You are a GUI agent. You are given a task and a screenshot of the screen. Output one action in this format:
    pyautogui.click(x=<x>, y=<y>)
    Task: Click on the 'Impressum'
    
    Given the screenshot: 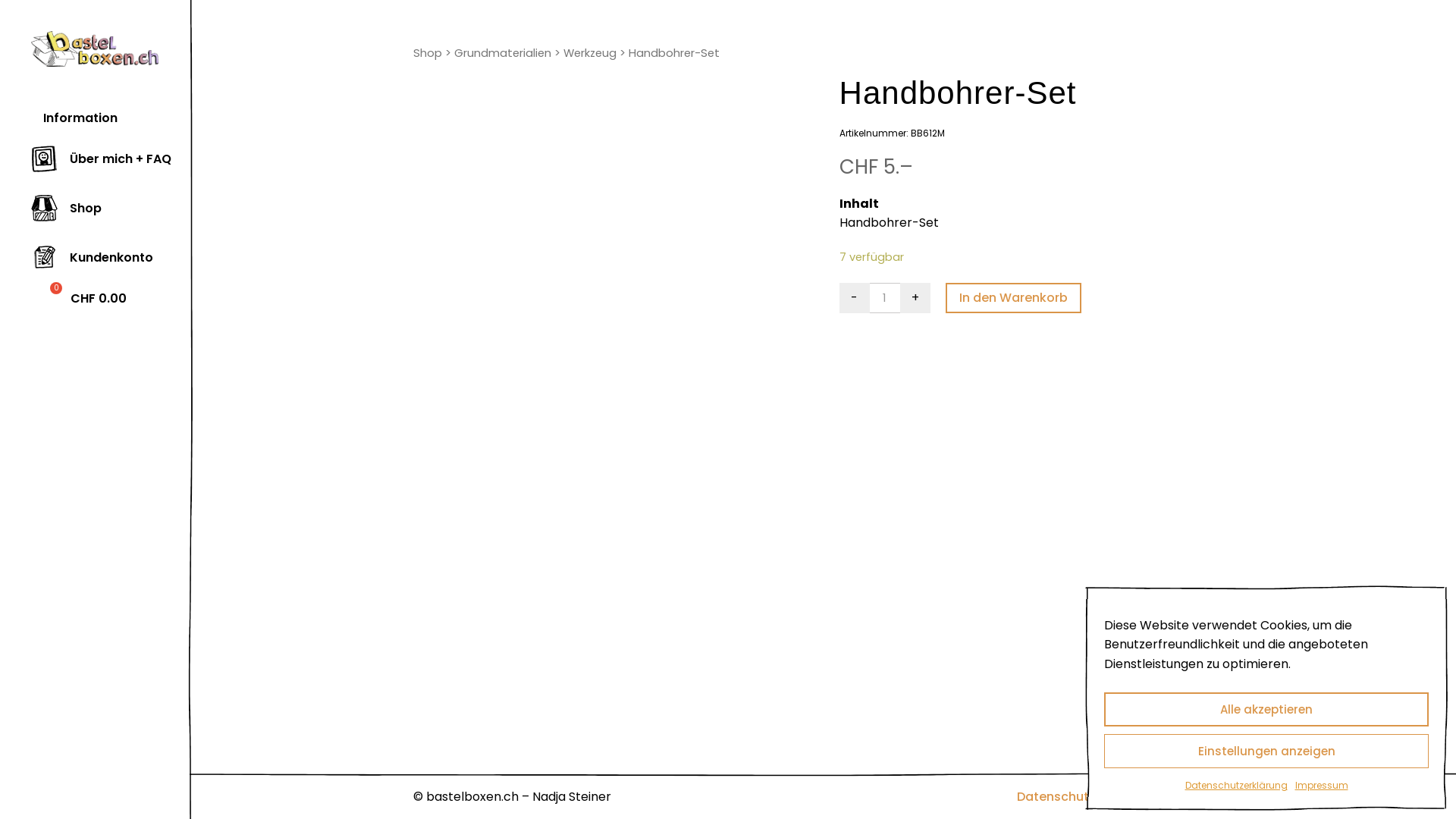 What is the action you would take?
    pyautogui.click(x=1197, y=795)
    